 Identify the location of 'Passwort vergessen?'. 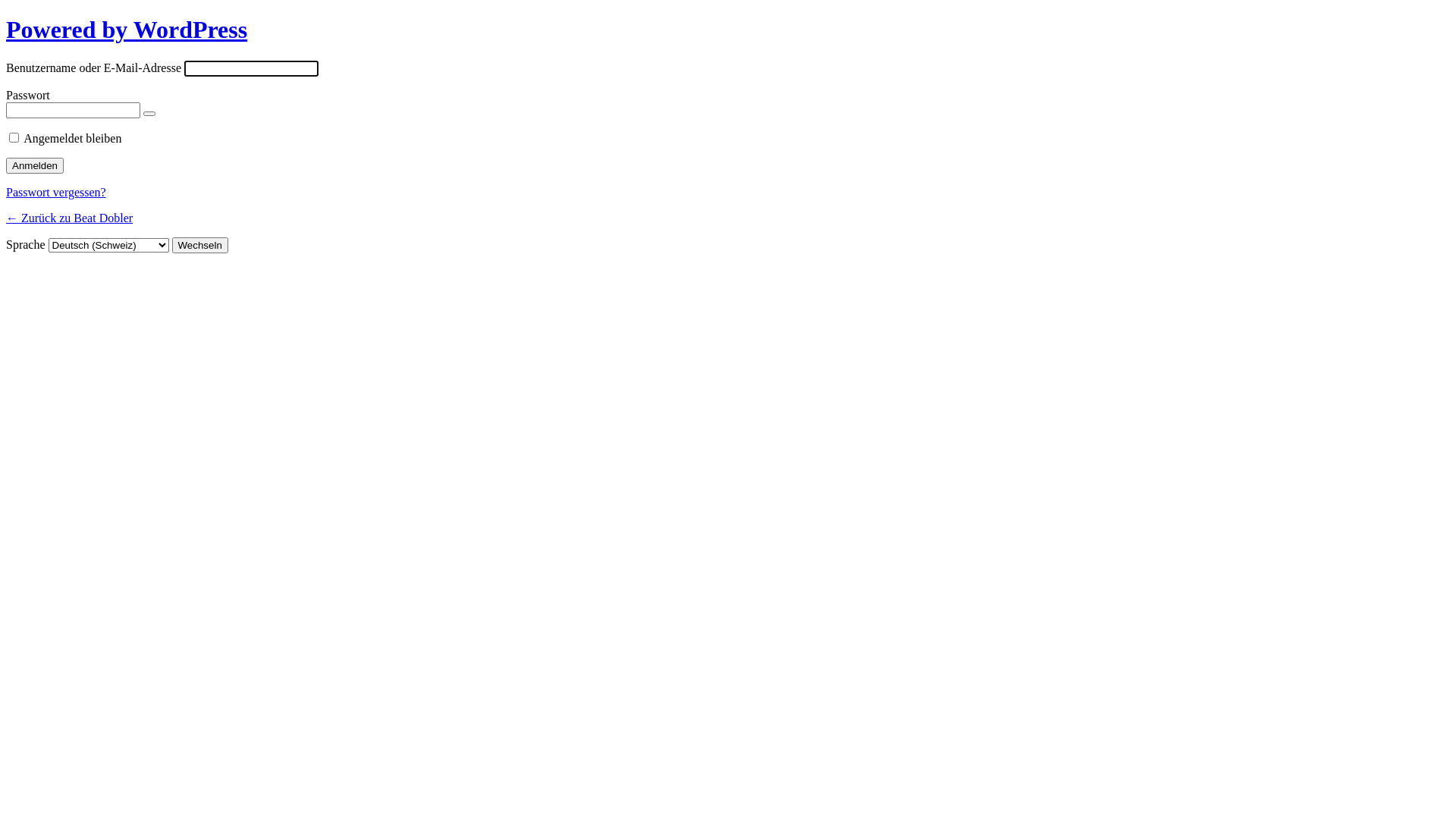
(6, 191).